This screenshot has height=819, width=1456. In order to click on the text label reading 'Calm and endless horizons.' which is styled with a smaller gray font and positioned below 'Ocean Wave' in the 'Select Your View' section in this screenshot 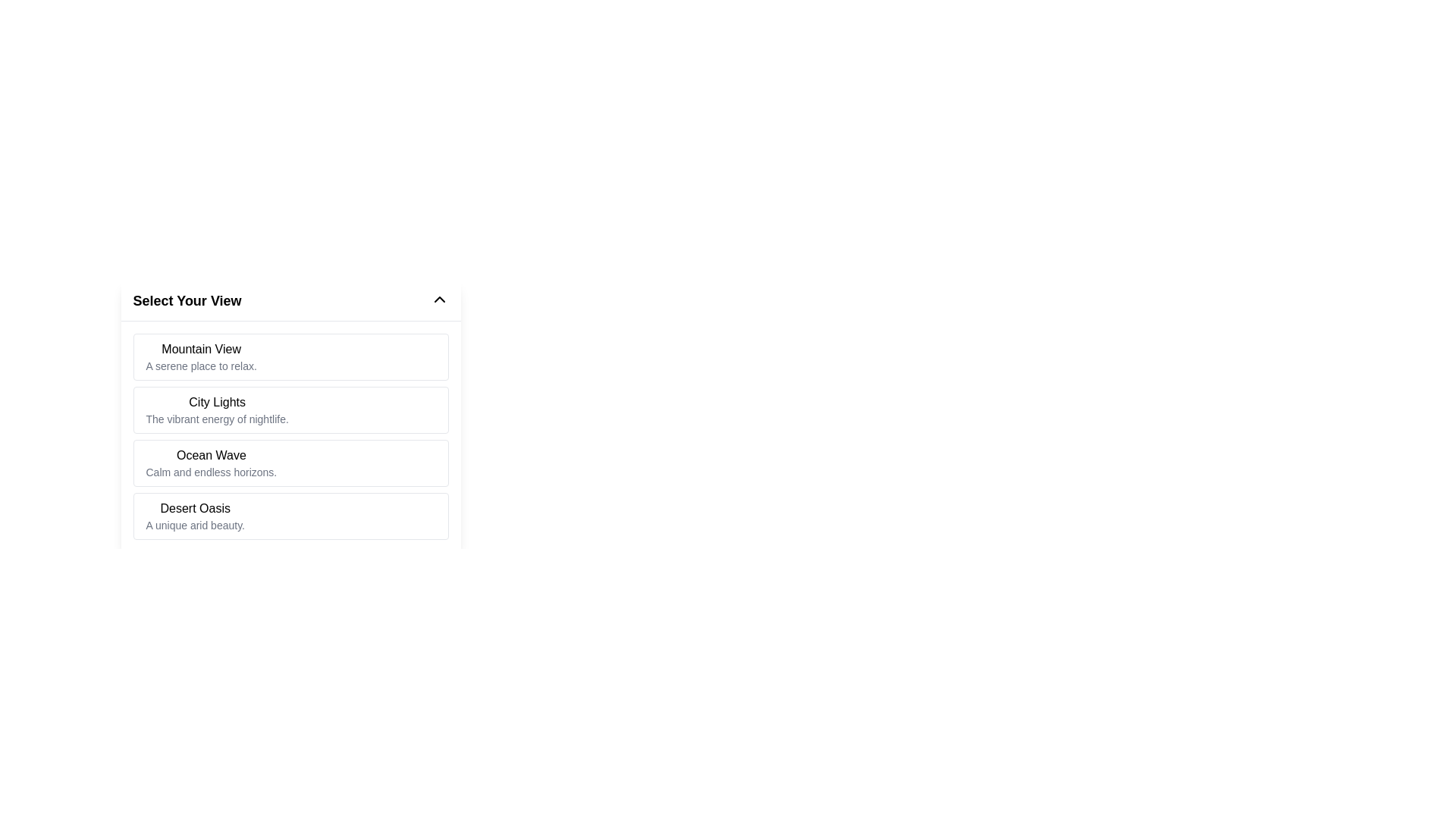, I will do `click(210, 472)`.